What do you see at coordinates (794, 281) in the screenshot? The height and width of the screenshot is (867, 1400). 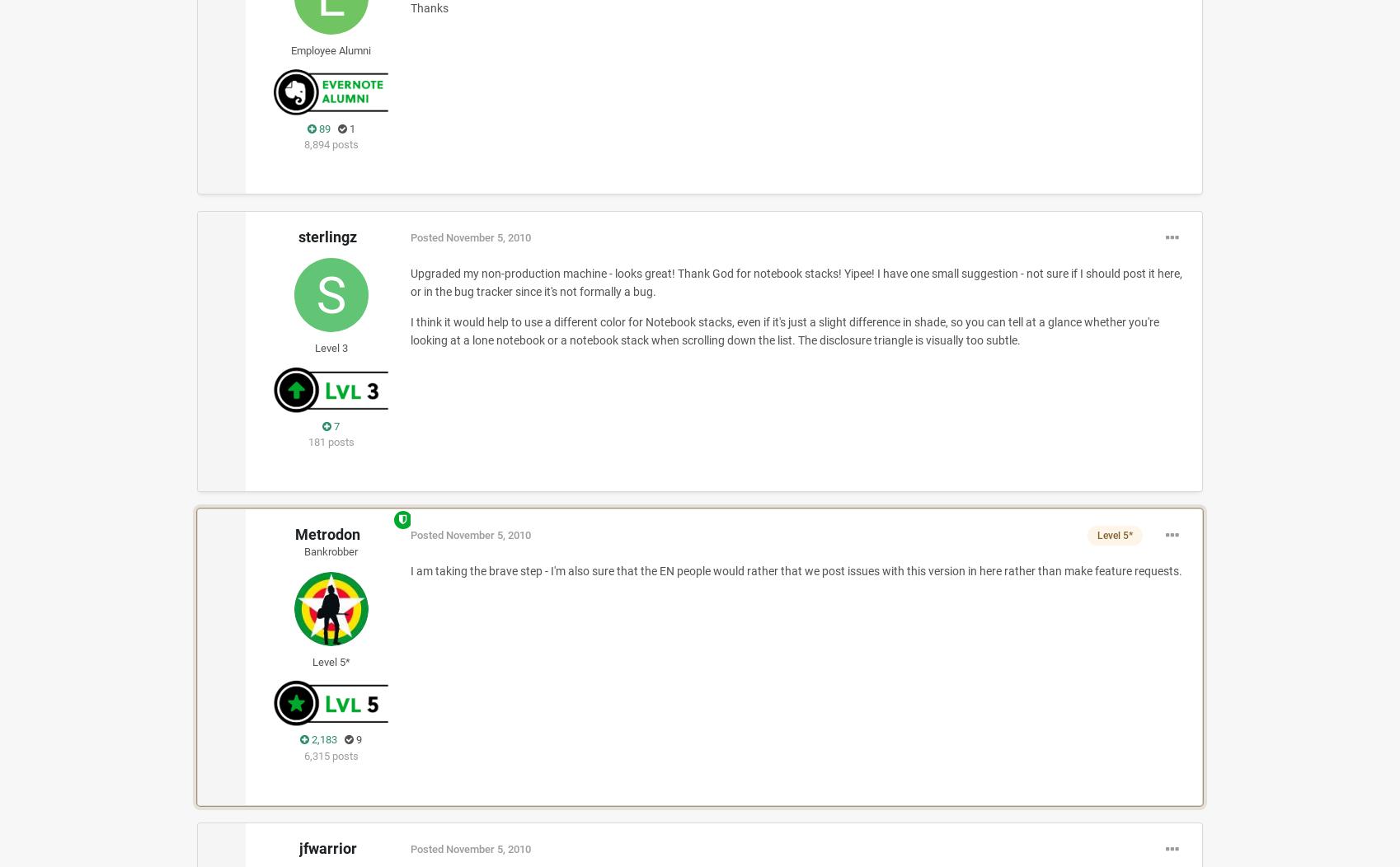 I see `'Upgraded my non-production machine - looks great! Thank God for notebook stacks! Yipee! I have one small suggestion - not sure if I should post it here, or in the bug tracker since it's not formally a bug.'` at bounding box center [794, 281].